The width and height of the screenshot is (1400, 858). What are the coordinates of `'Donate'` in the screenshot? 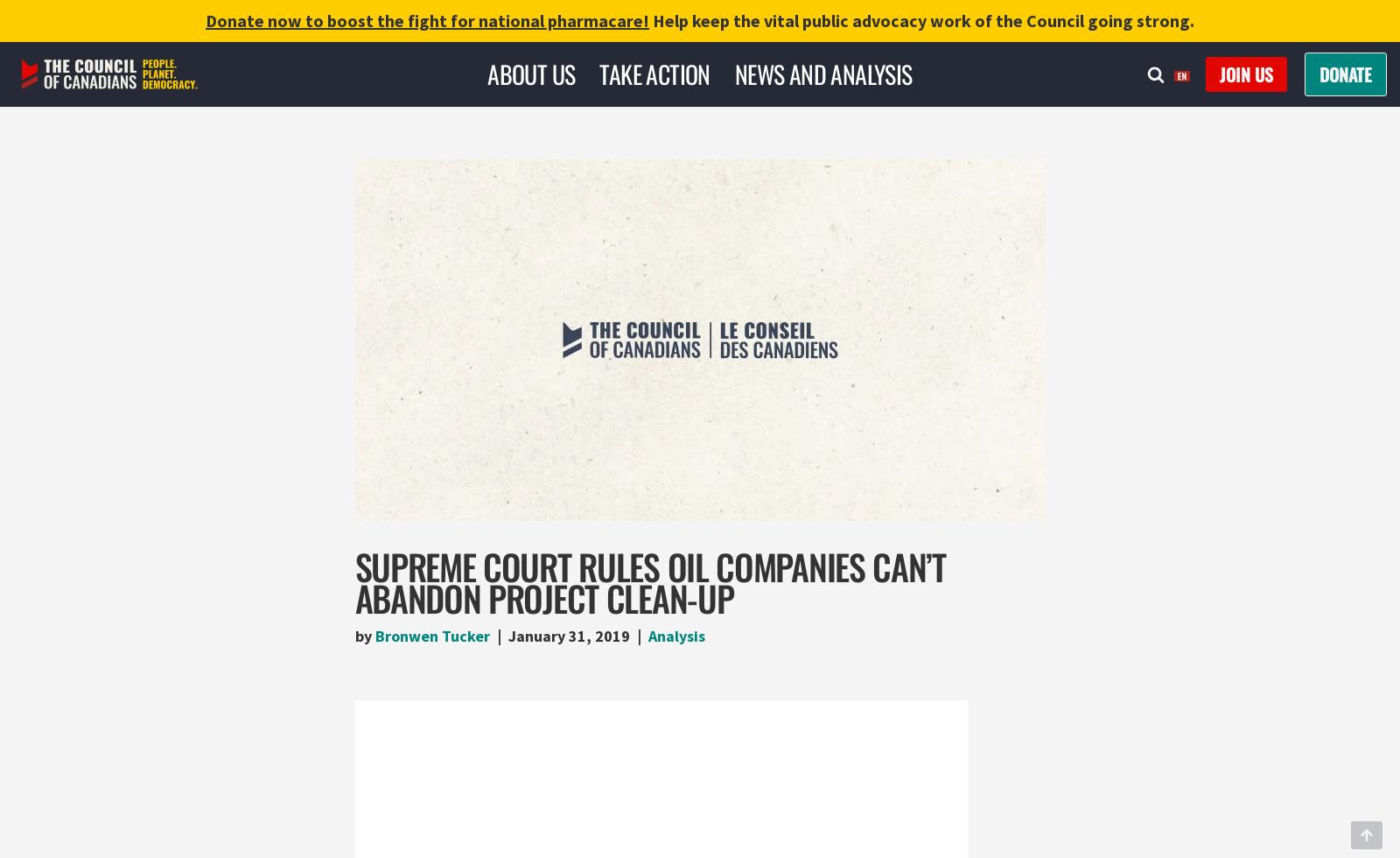 It's located at (1319, 74).